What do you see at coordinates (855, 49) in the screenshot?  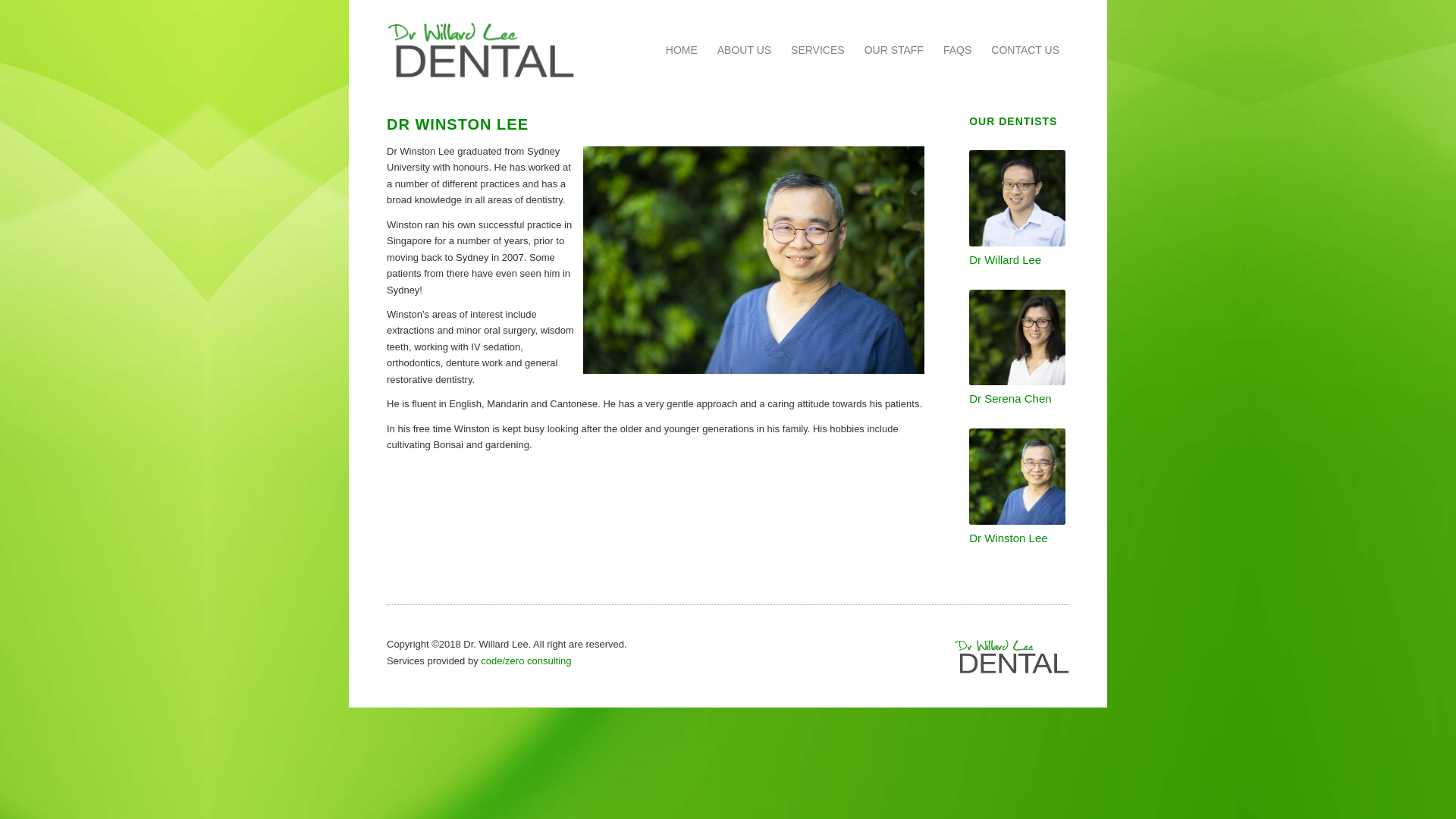 I see `'OUR STAFF'` at bounding box center [855, 49].